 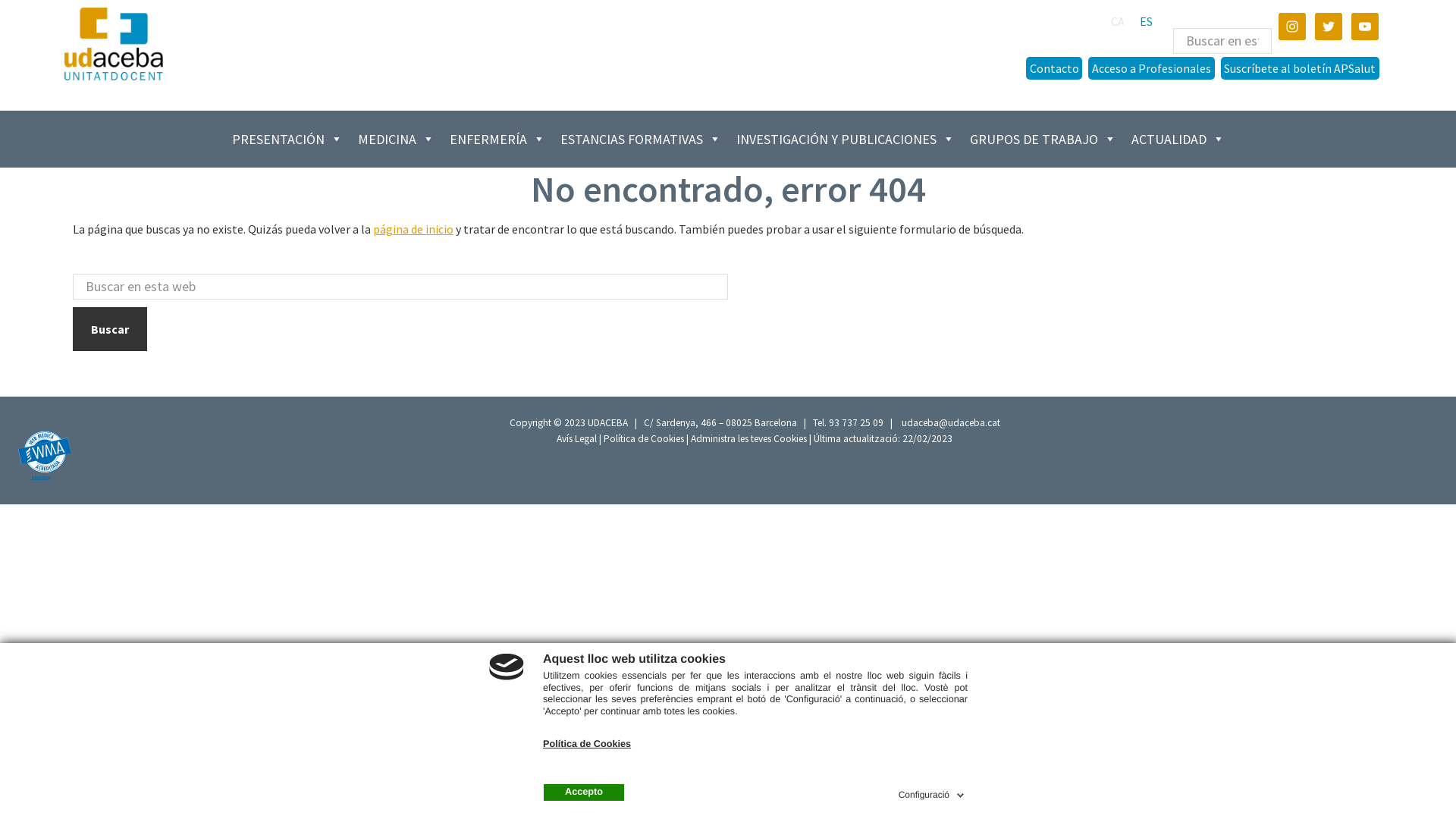 I want to click on 'Administra les teves Cookies', so click(x=748, y=438).